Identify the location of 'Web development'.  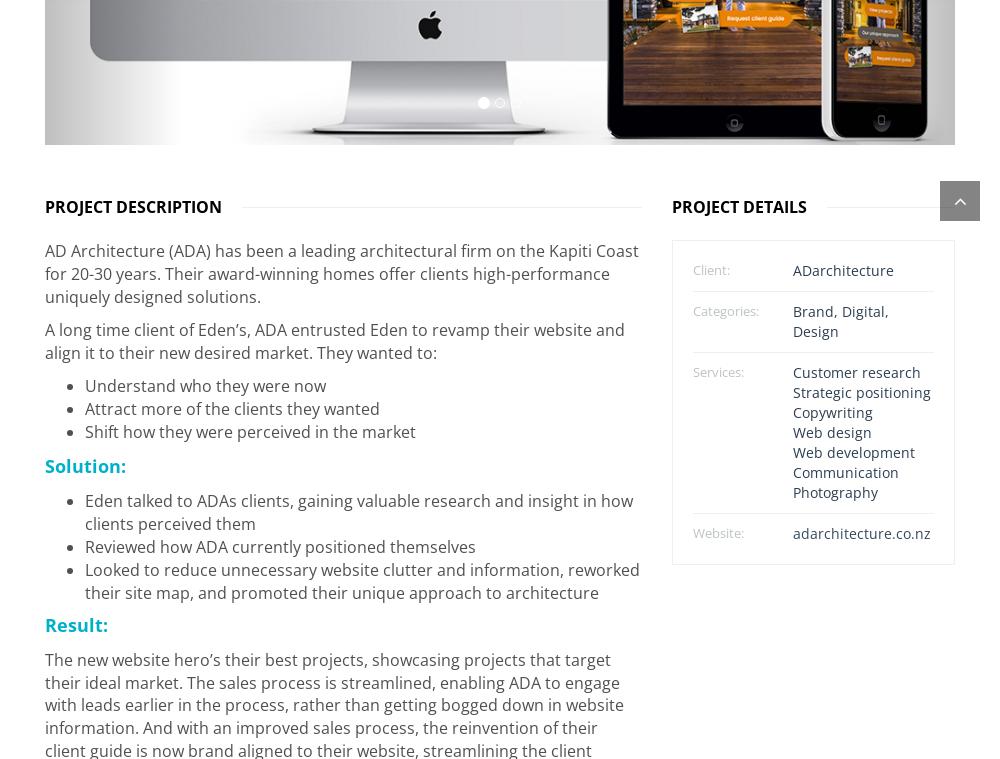
(852, 444).